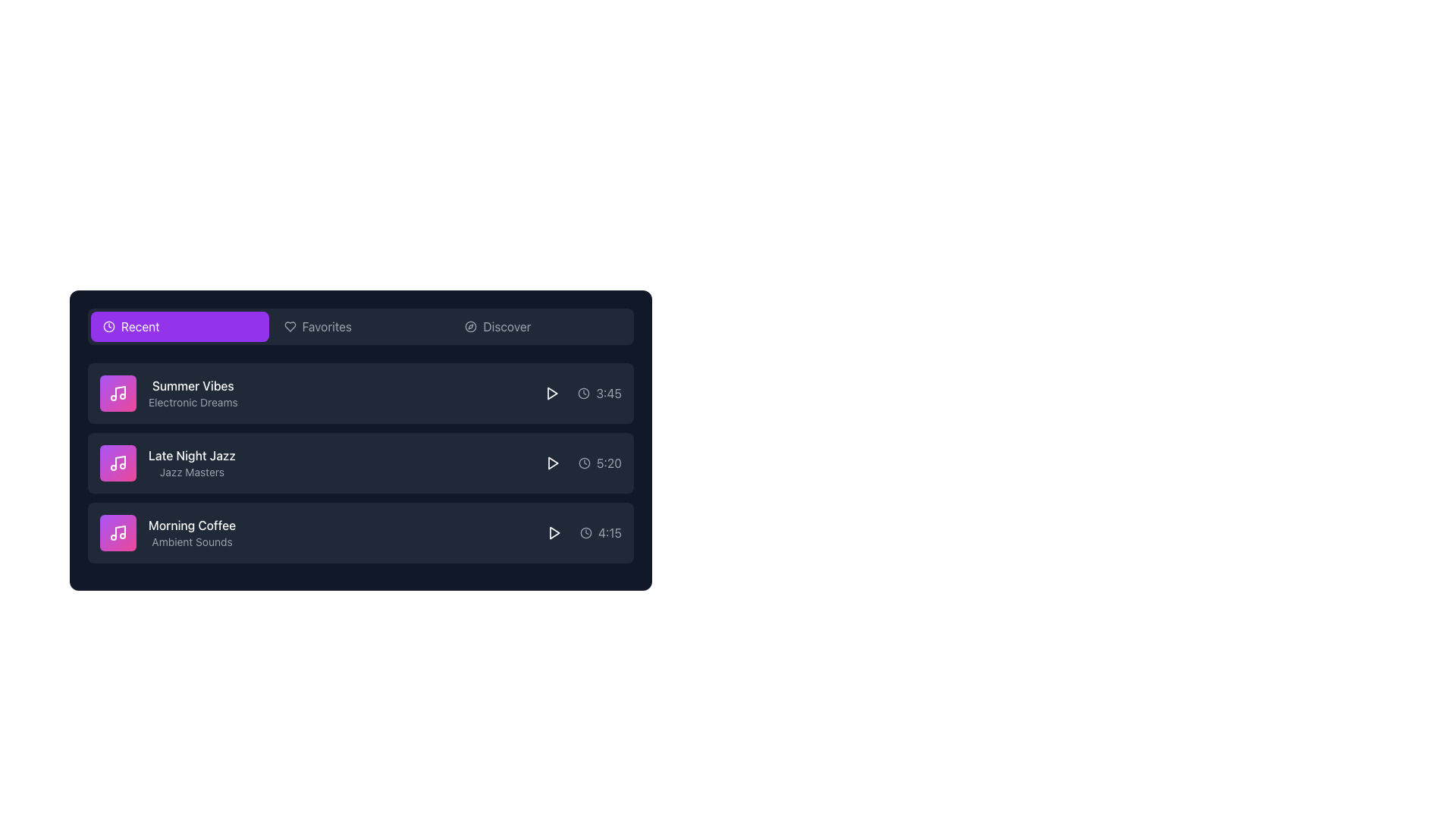 This screenshot has height=819, width=1456. Describe the element at coordinates (359, 393) in the screenshot. I see `the first music track item` at that location.